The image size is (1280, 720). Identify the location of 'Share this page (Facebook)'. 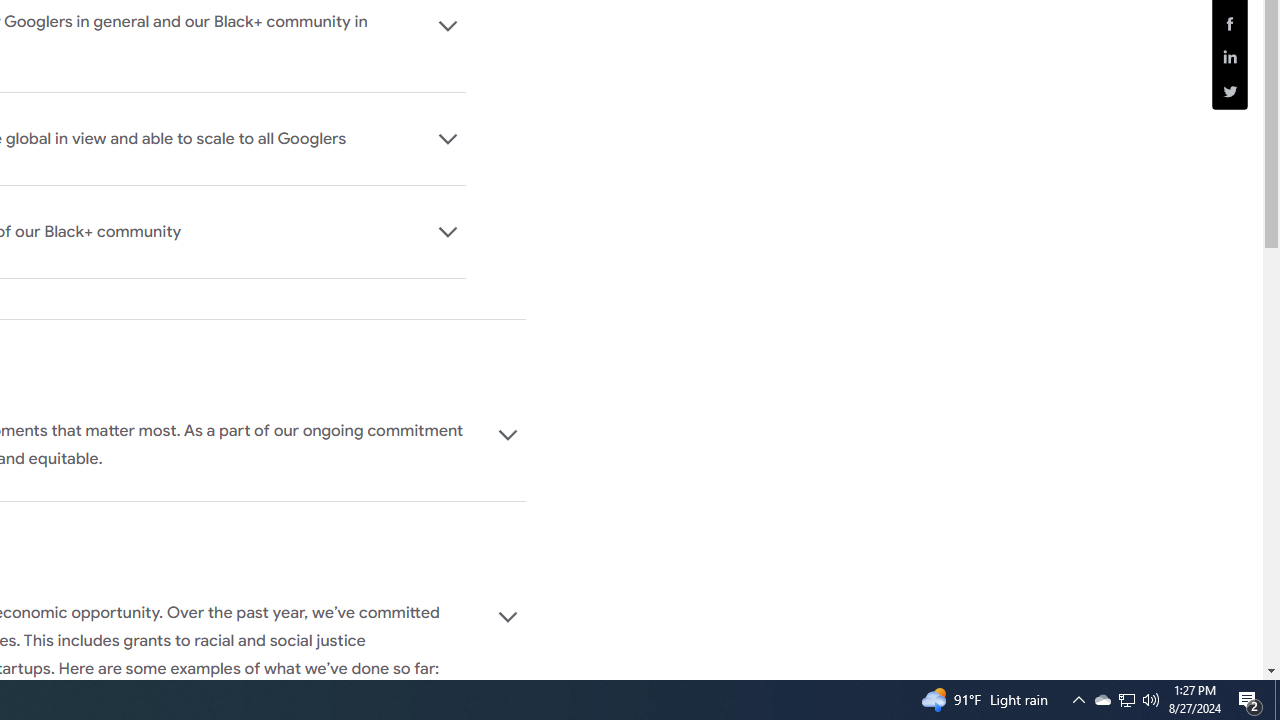
(1229, 23).